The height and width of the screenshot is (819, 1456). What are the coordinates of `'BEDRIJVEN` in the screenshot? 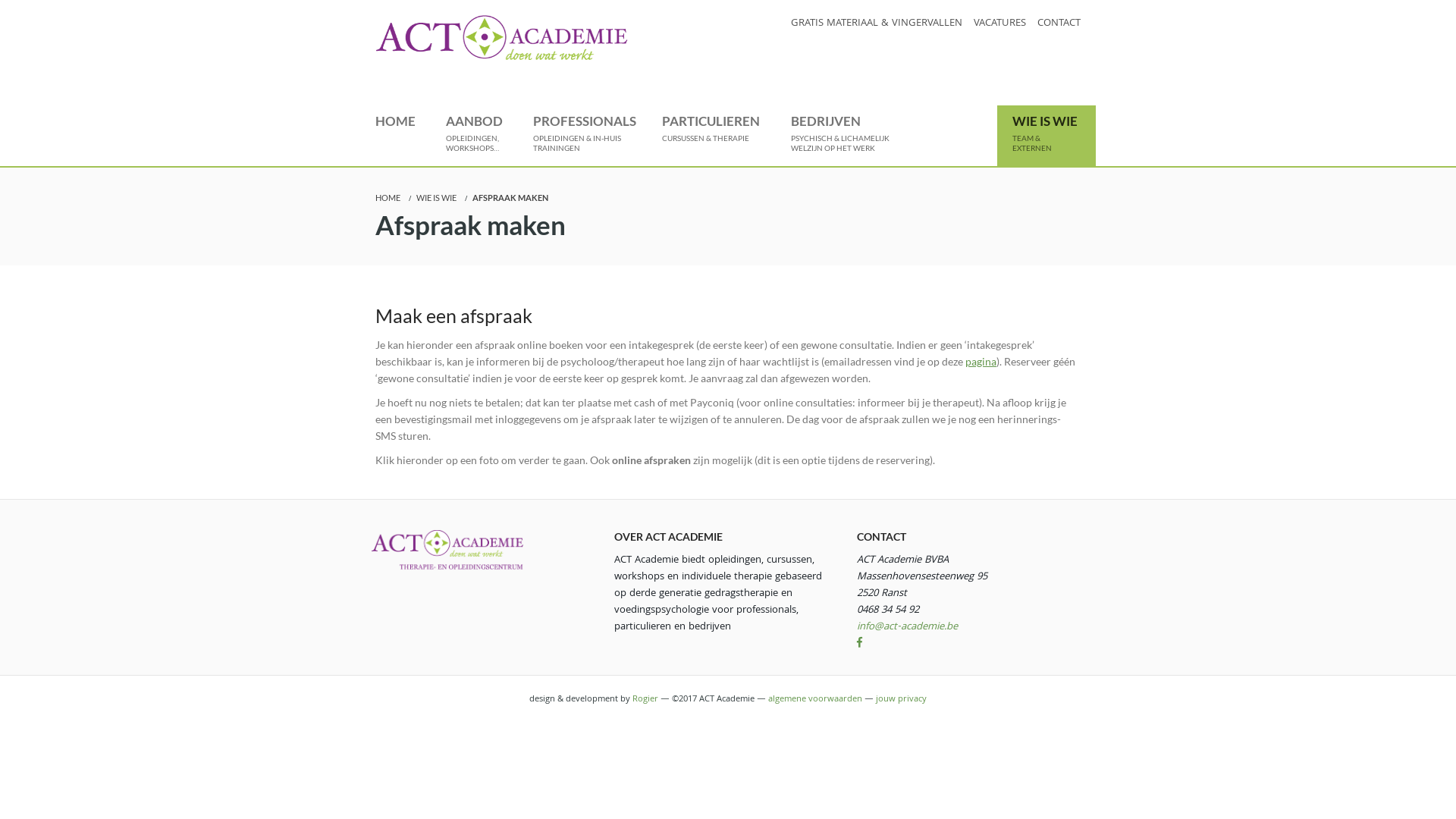 It's located at (839, 134).